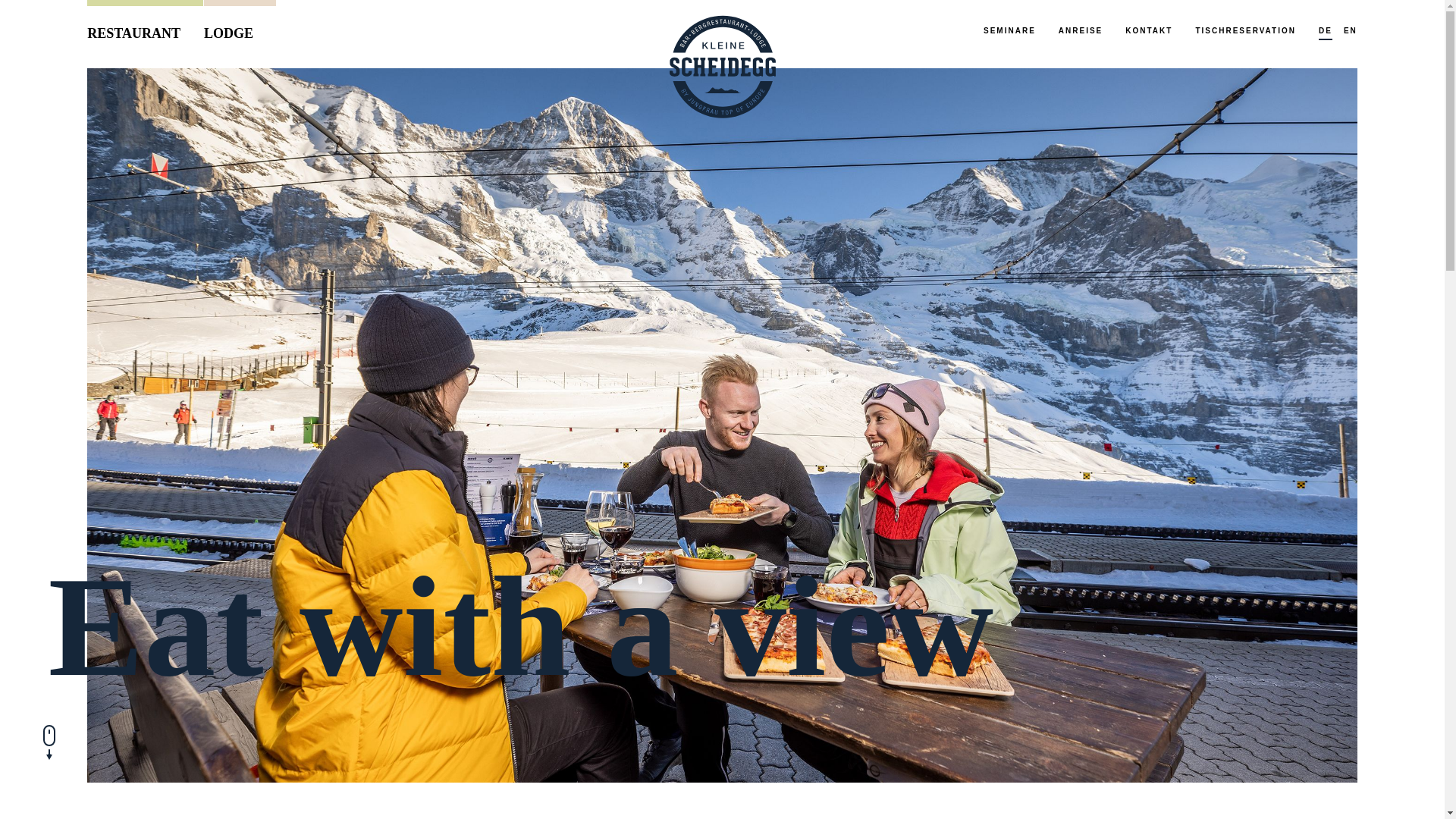 Image resolution: width=1456 pixels, height=819 pixels. What do you see at coordinates (1149, 31) in the screenshot?
I see `'KONTAKT'` at bounding box center [1149, 31].